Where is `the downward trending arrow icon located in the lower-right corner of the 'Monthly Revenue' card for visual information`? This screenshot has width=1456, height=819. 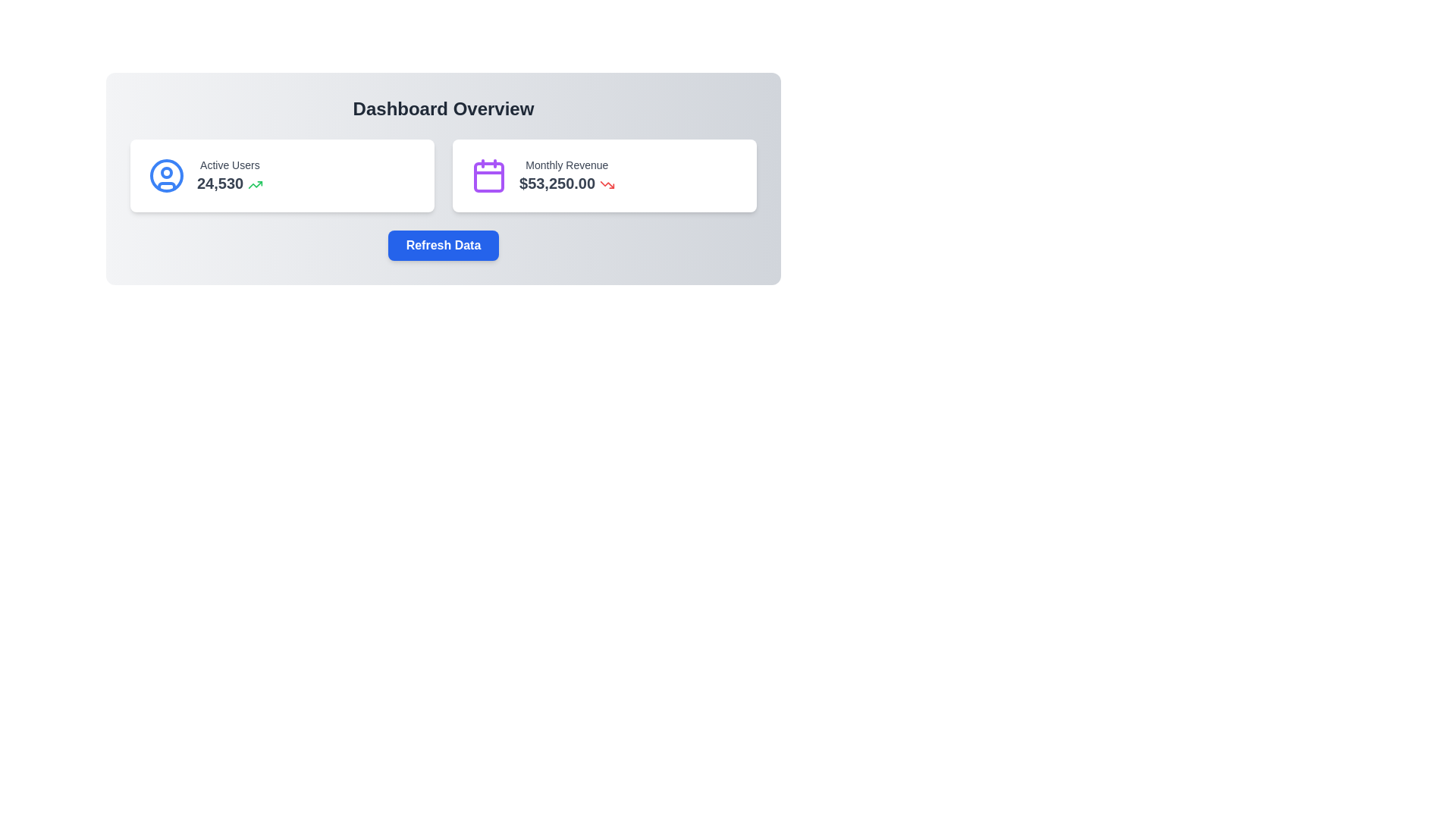 the downward trending arrow icon located in the lower-right corner of the 'Monthly Revenue' card for visual information is located at coordinates (607, 184).